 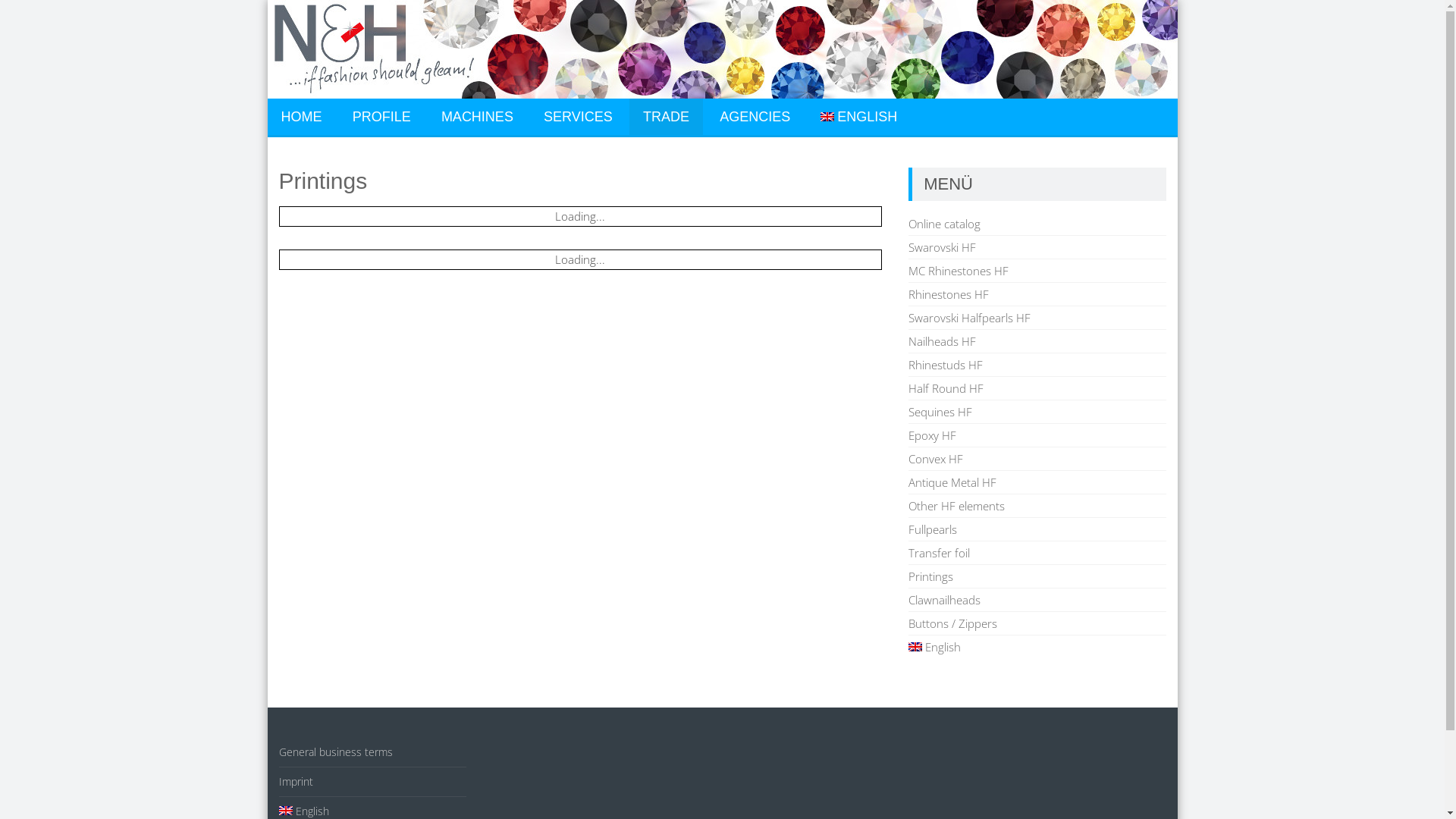 What do you see at coordinates (908, 223) in the screenshot?
I see `'Online catalog'` at bounding box center [908, 223].